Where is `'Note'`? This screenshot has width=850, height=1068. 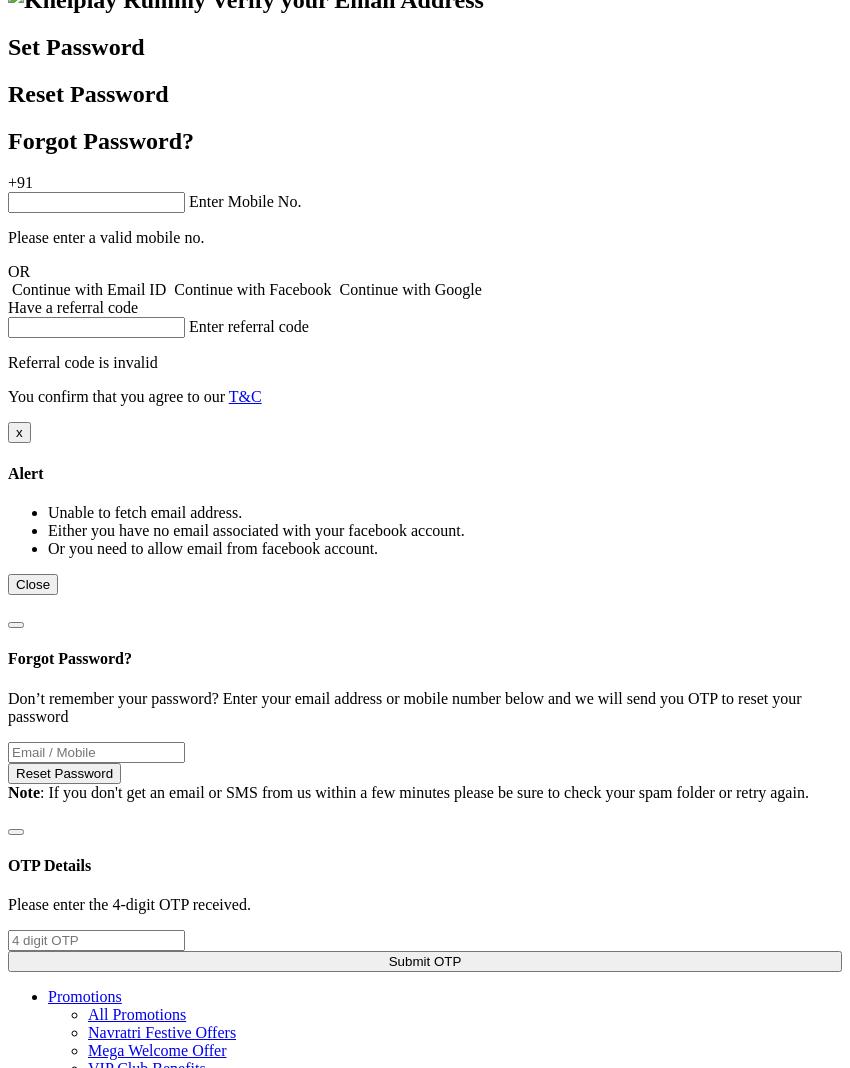
'Note' is located at coordinates (22, 791).